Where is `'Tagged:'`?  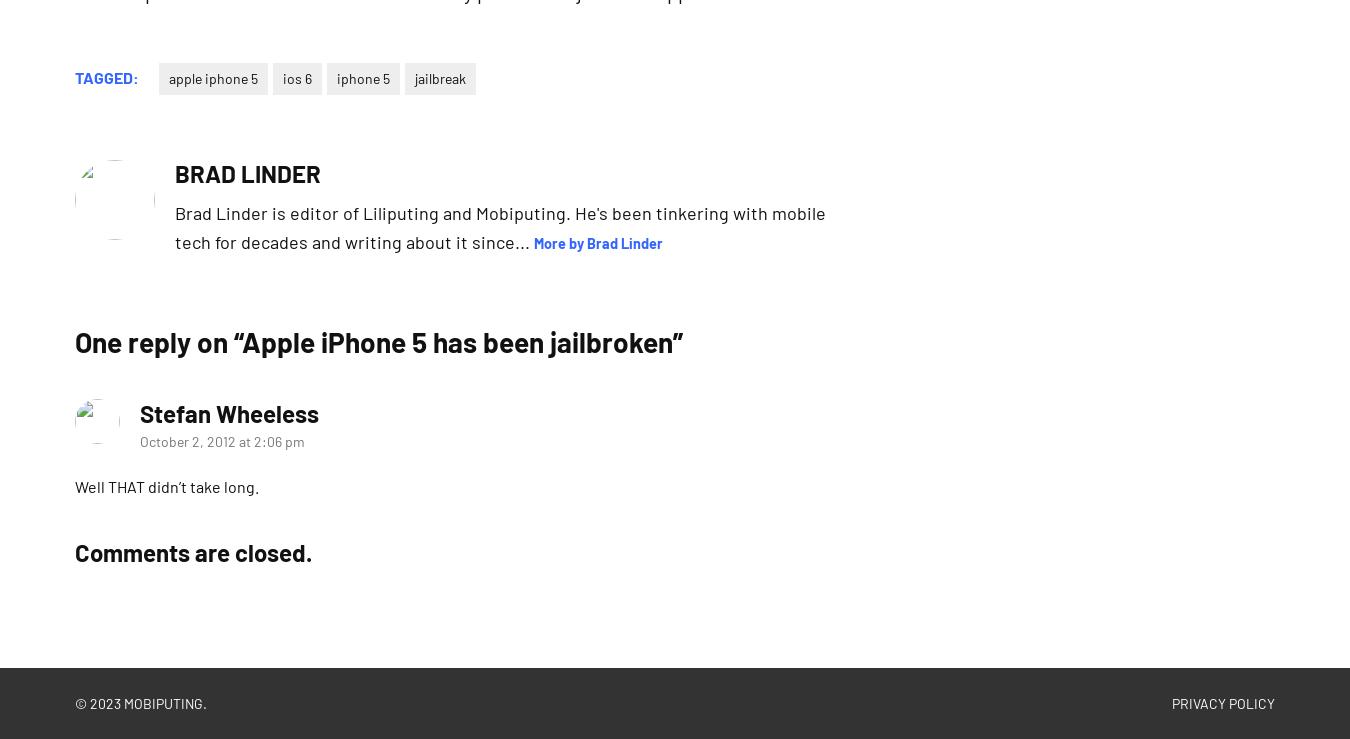 'Tagged:' is located at coordinates (106, 75).